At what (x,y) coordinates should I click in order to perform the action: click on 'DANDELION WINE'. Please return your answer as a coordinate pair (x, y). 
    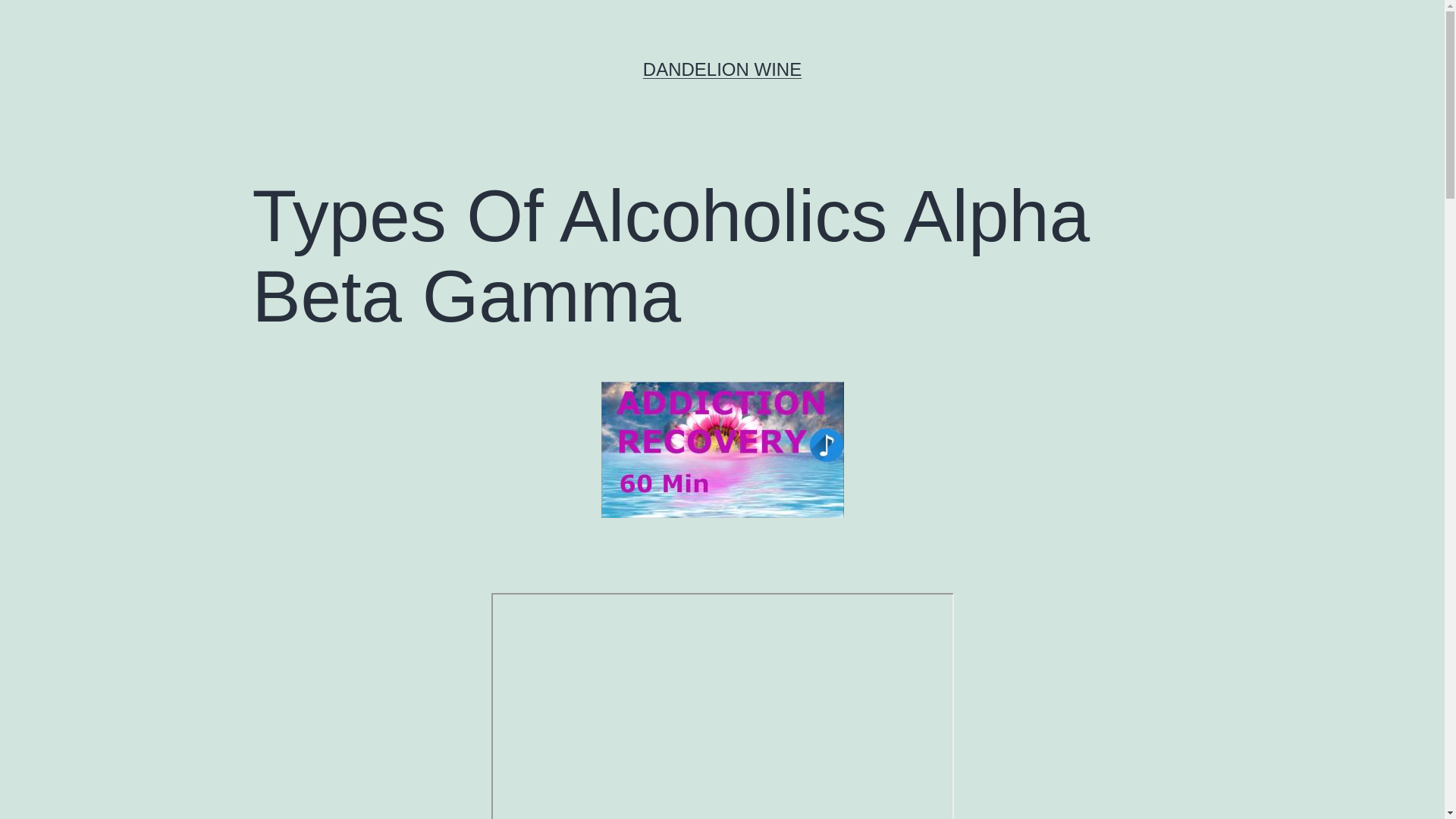
    Looking at the image, I should click on (721, 69).